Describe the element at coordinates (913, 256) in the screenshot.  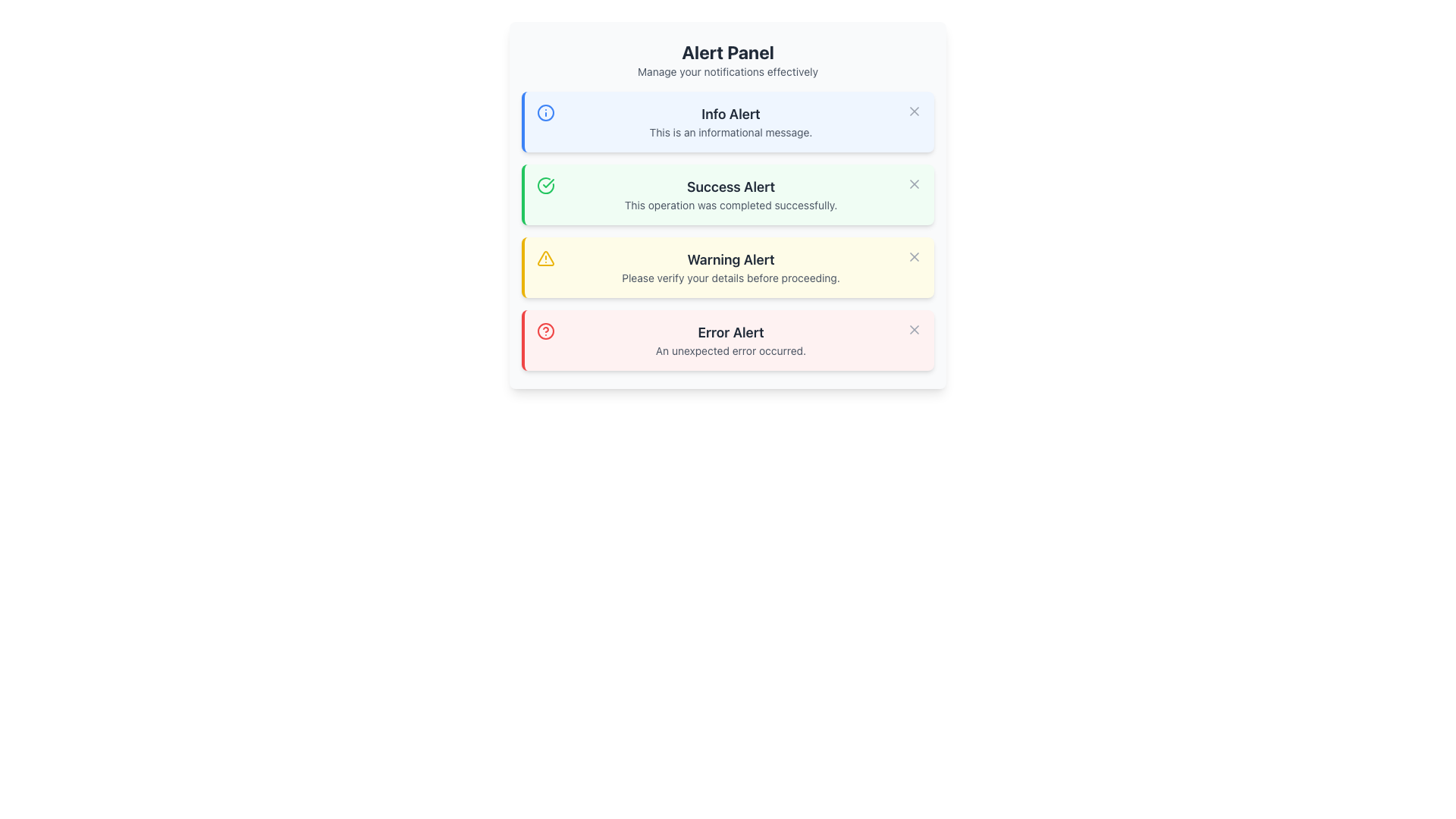
I see `the 'Close' button in the 'Warning Alert' section to change its color` at that location.